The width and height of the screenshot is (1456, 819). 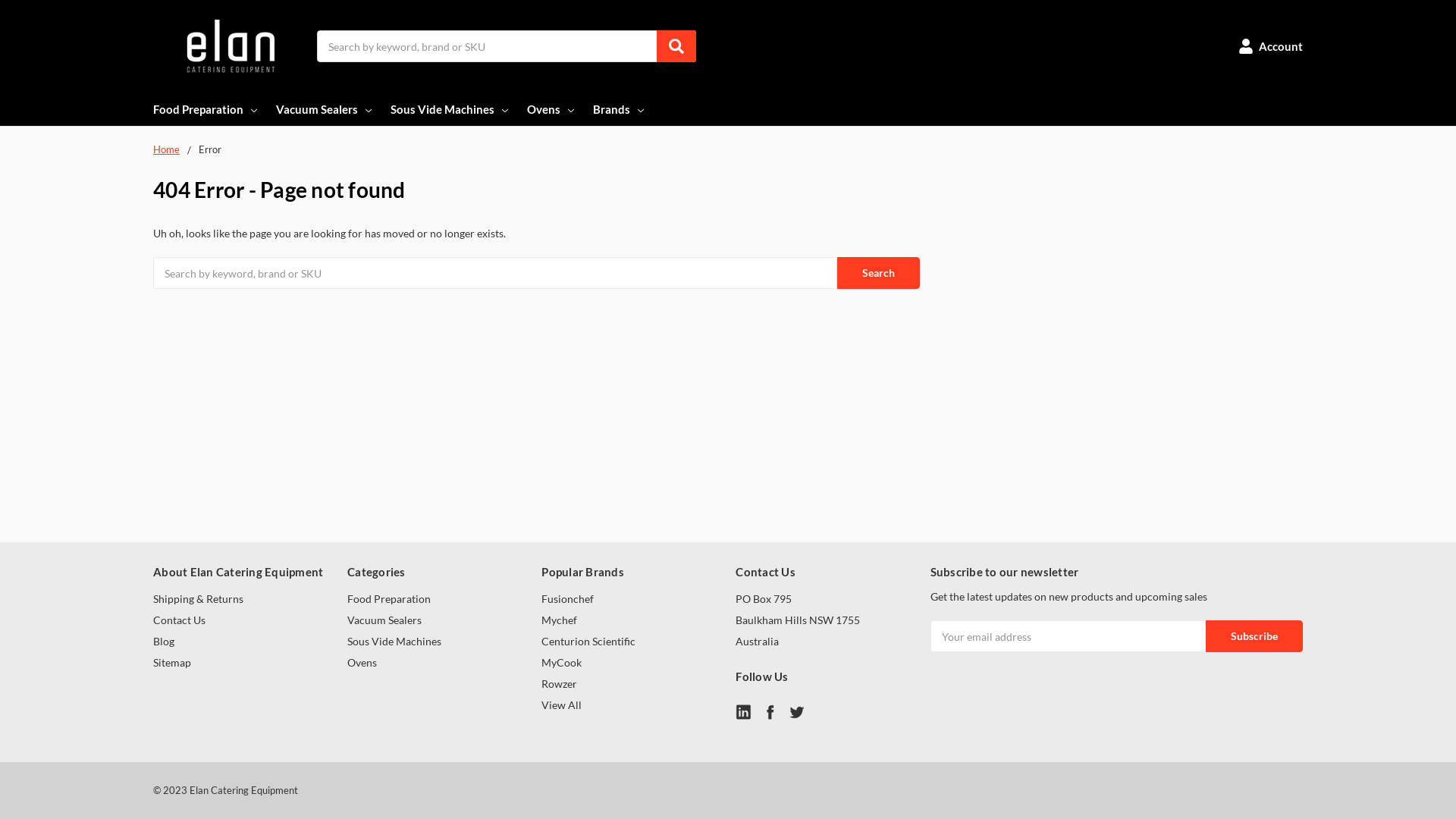 I want to click on 'Elan Catering Equipment', so click(x=228, y=45).